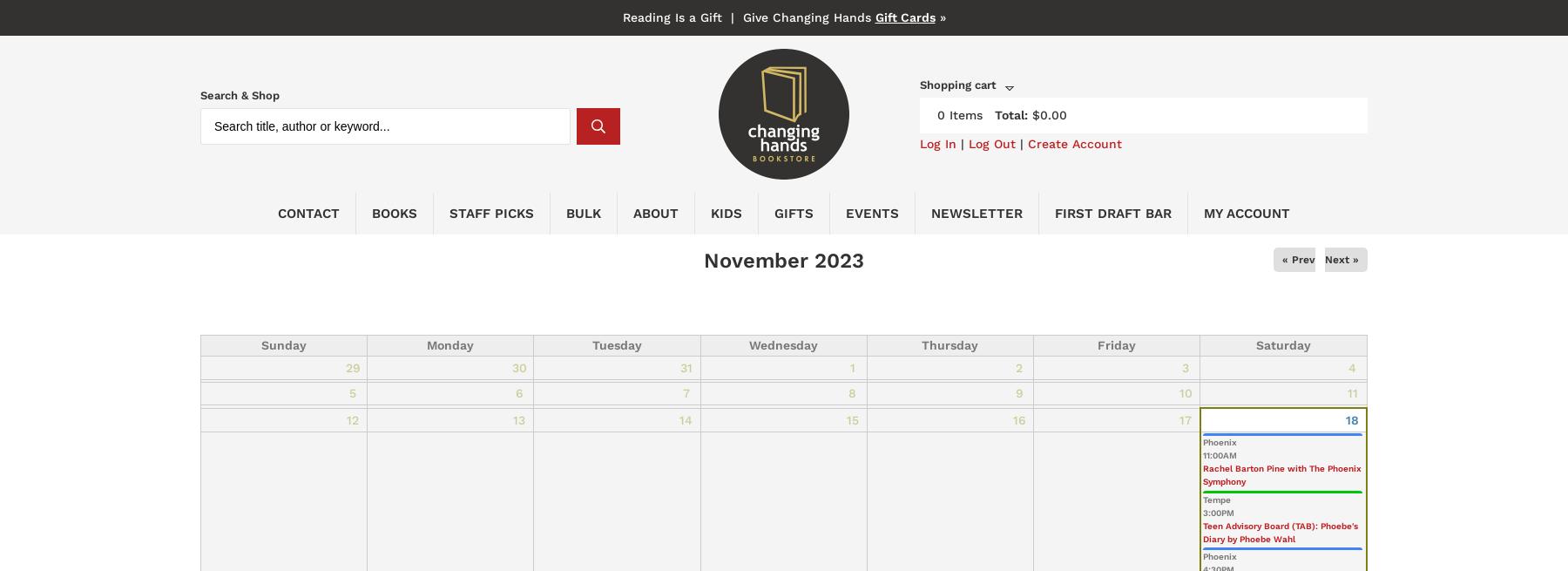  What do you see at coordinates (616, 344) in the screenshot?
I see `'Tuesday'` at bounding box center [616, 344].